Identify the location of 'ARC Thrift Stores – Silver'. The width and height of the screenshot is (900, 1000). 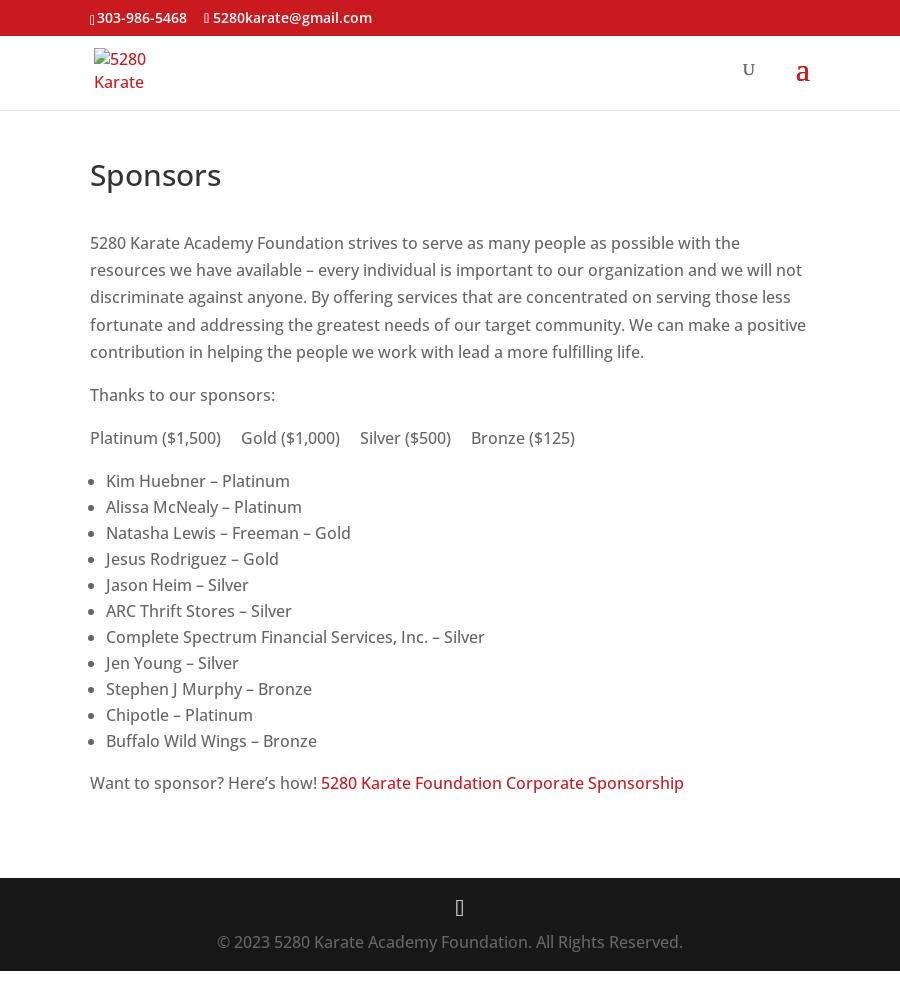
(198, 610).